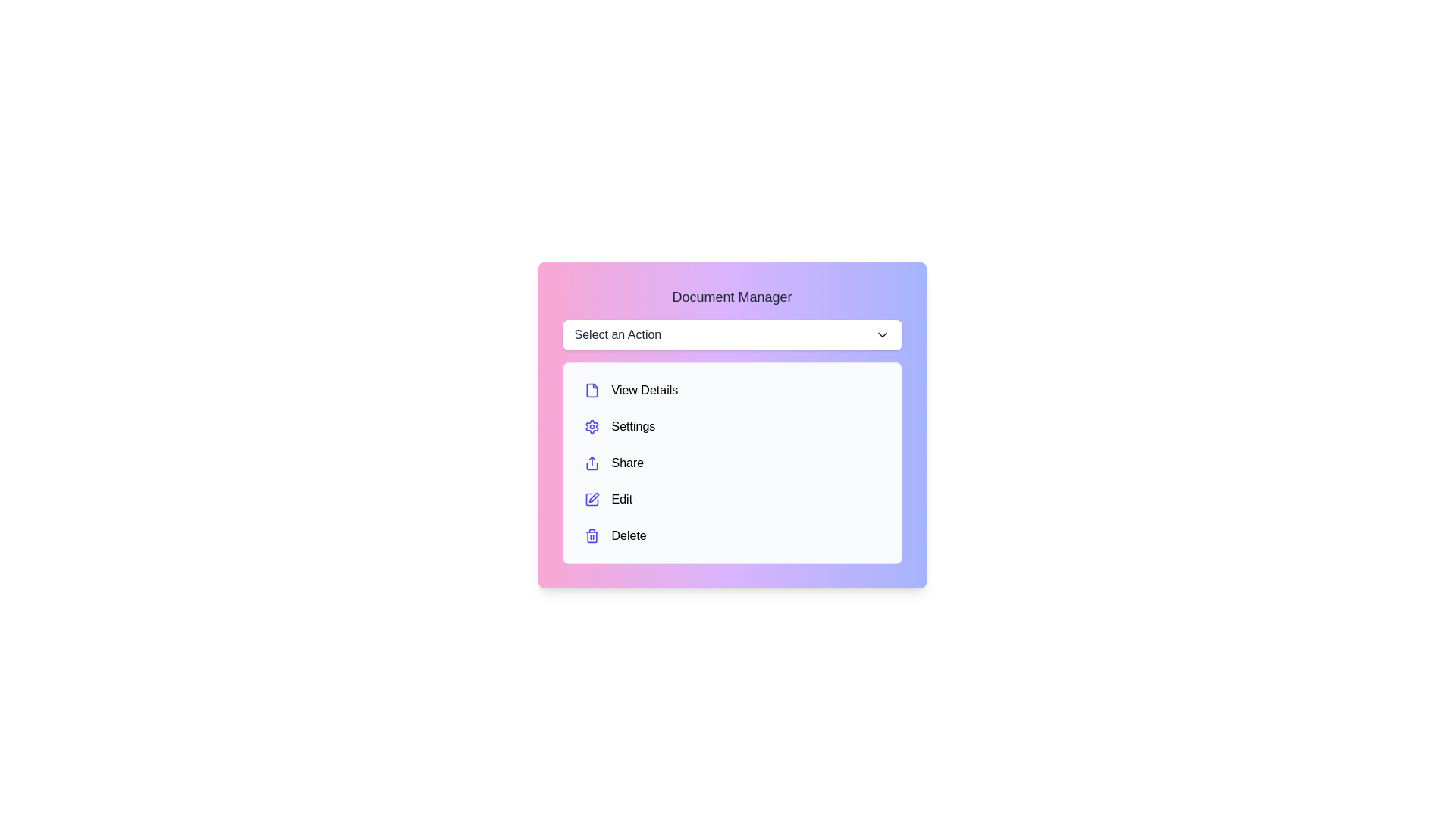 The width and height of the screenshot is (1456, 819). Describe the element at coordinates (591, 500) in the screenshot. I see `the 'Edit' action icon located within the dropdown menu of the document manager interface, situated to the left of the 'Edit' text label` at that location.